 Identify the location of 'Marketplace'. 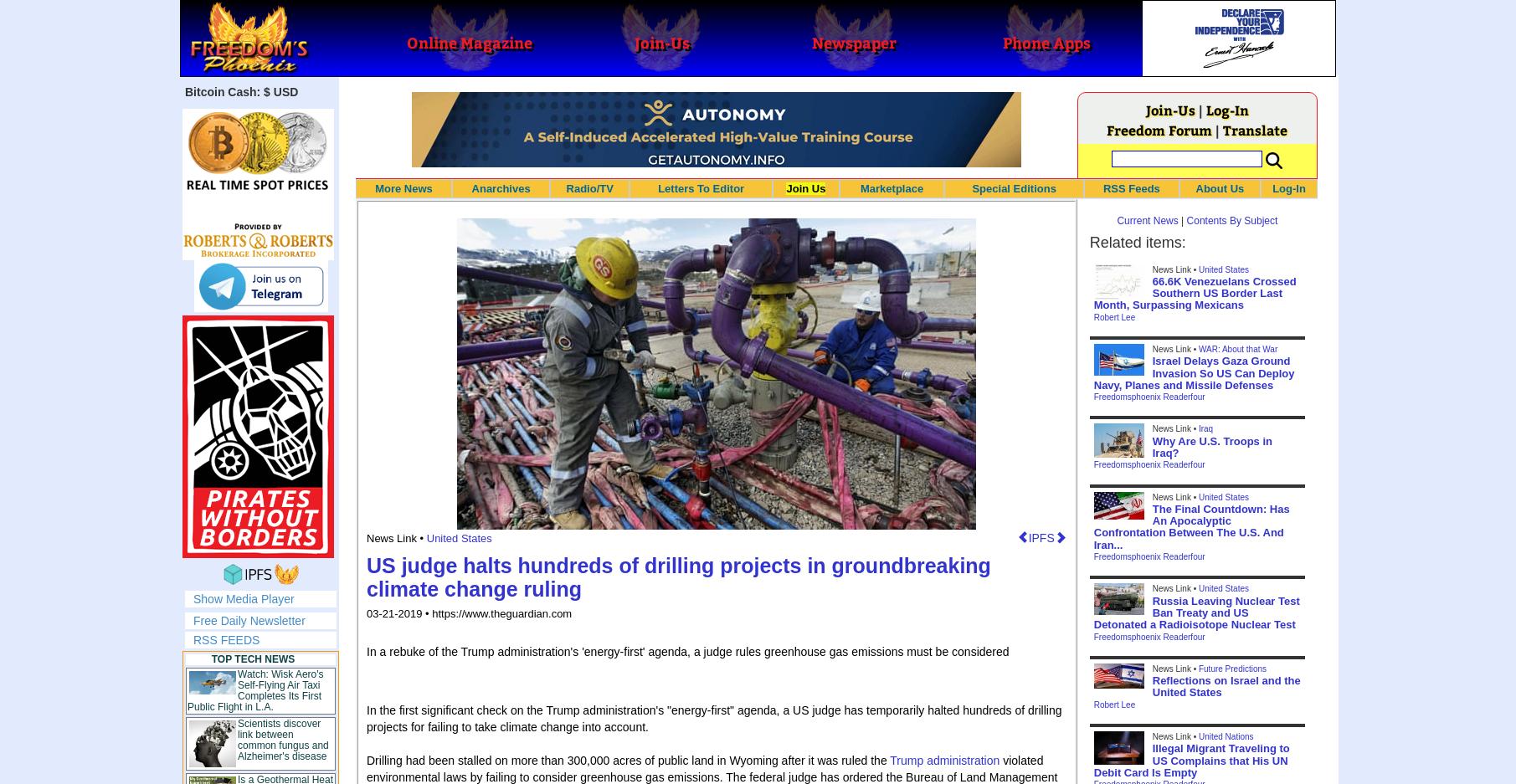
(892, 187).